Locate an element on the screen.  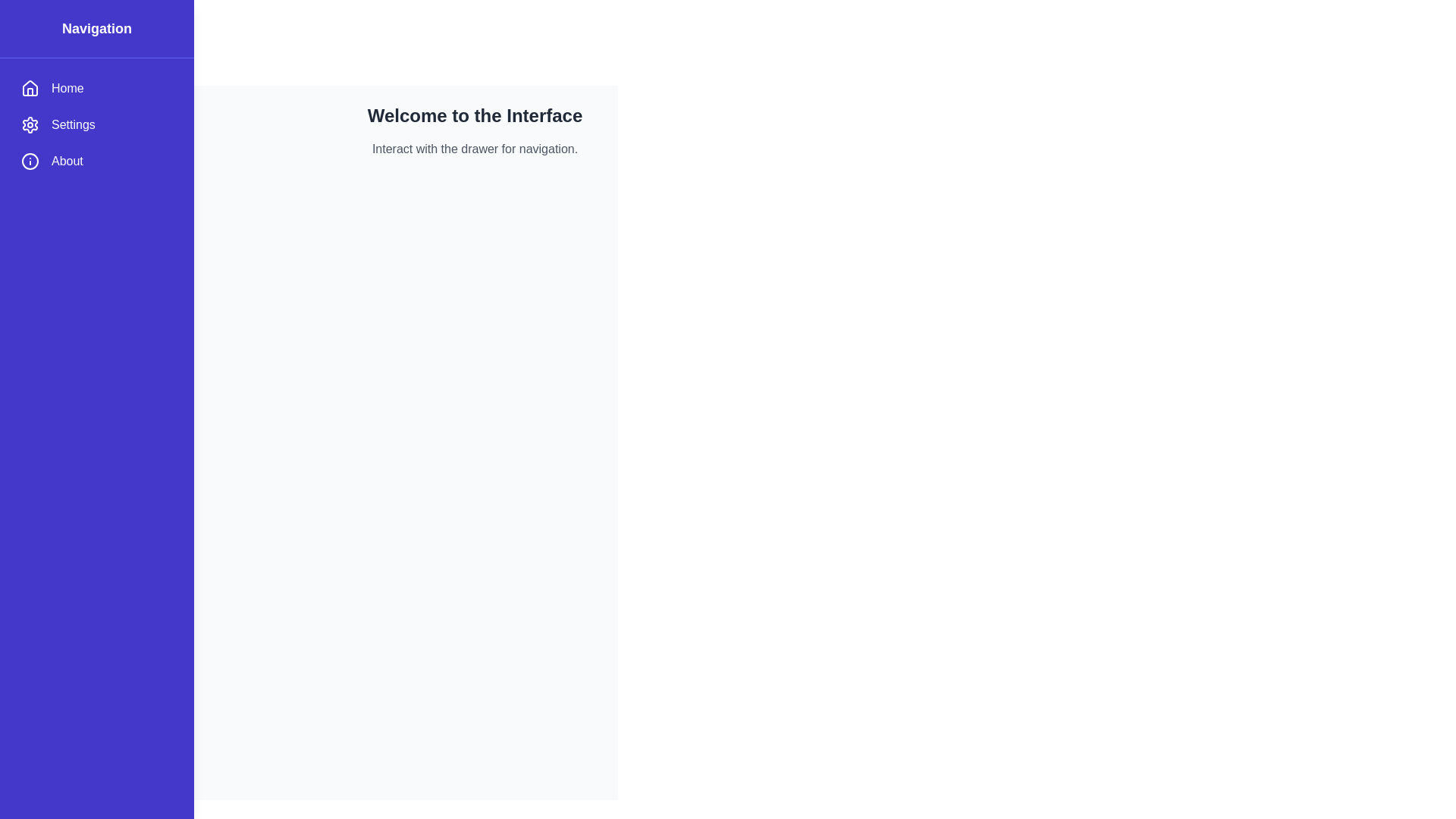
the button to toggle the drawer's visibility is located at coordinates (39, 38).